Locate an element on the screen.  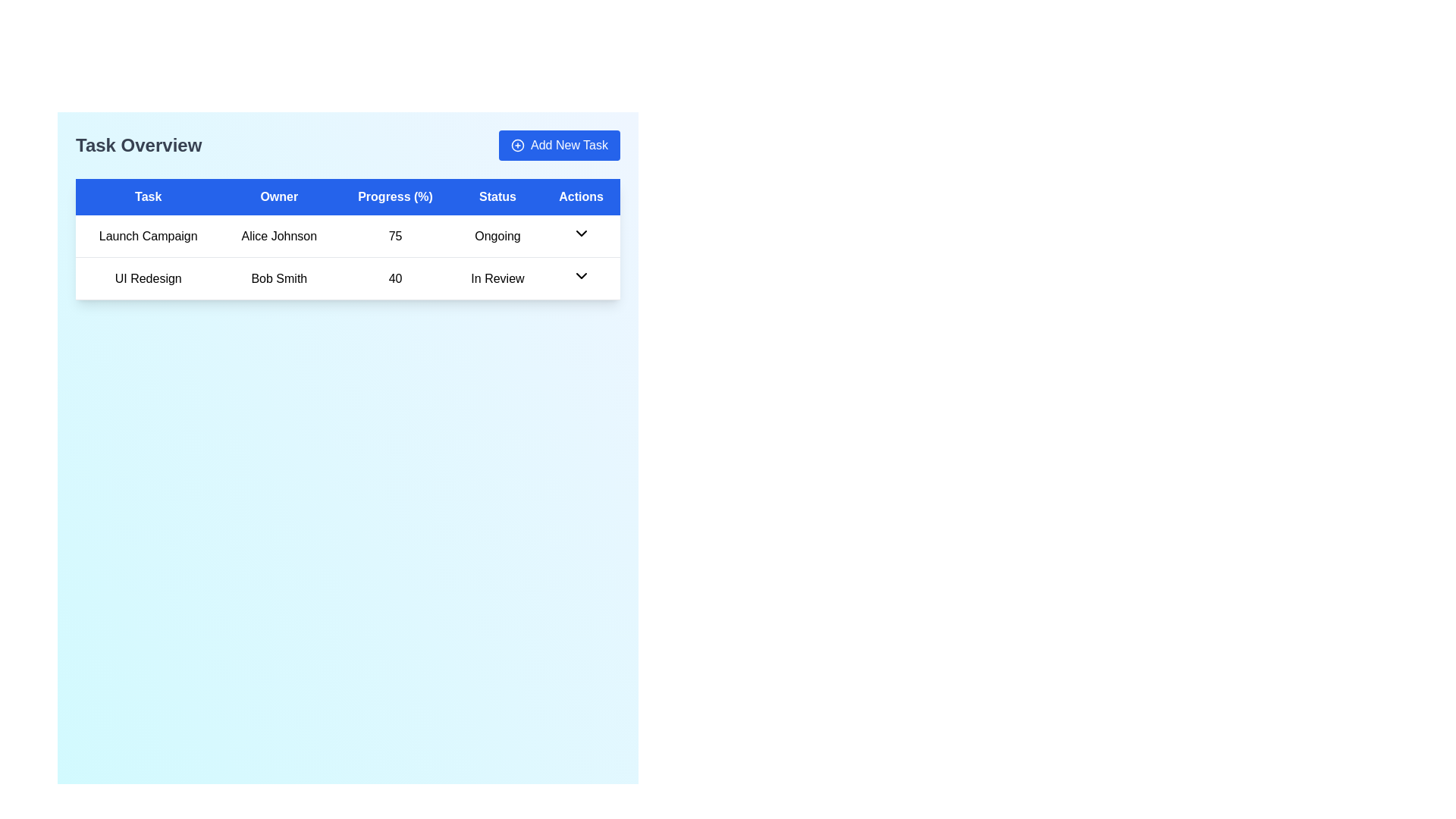
the dropdown toggle button located in the 'Actions' column of the second row for the task 'UI Redesign' with the status 'In Review' is located at coordinates (580, 275).